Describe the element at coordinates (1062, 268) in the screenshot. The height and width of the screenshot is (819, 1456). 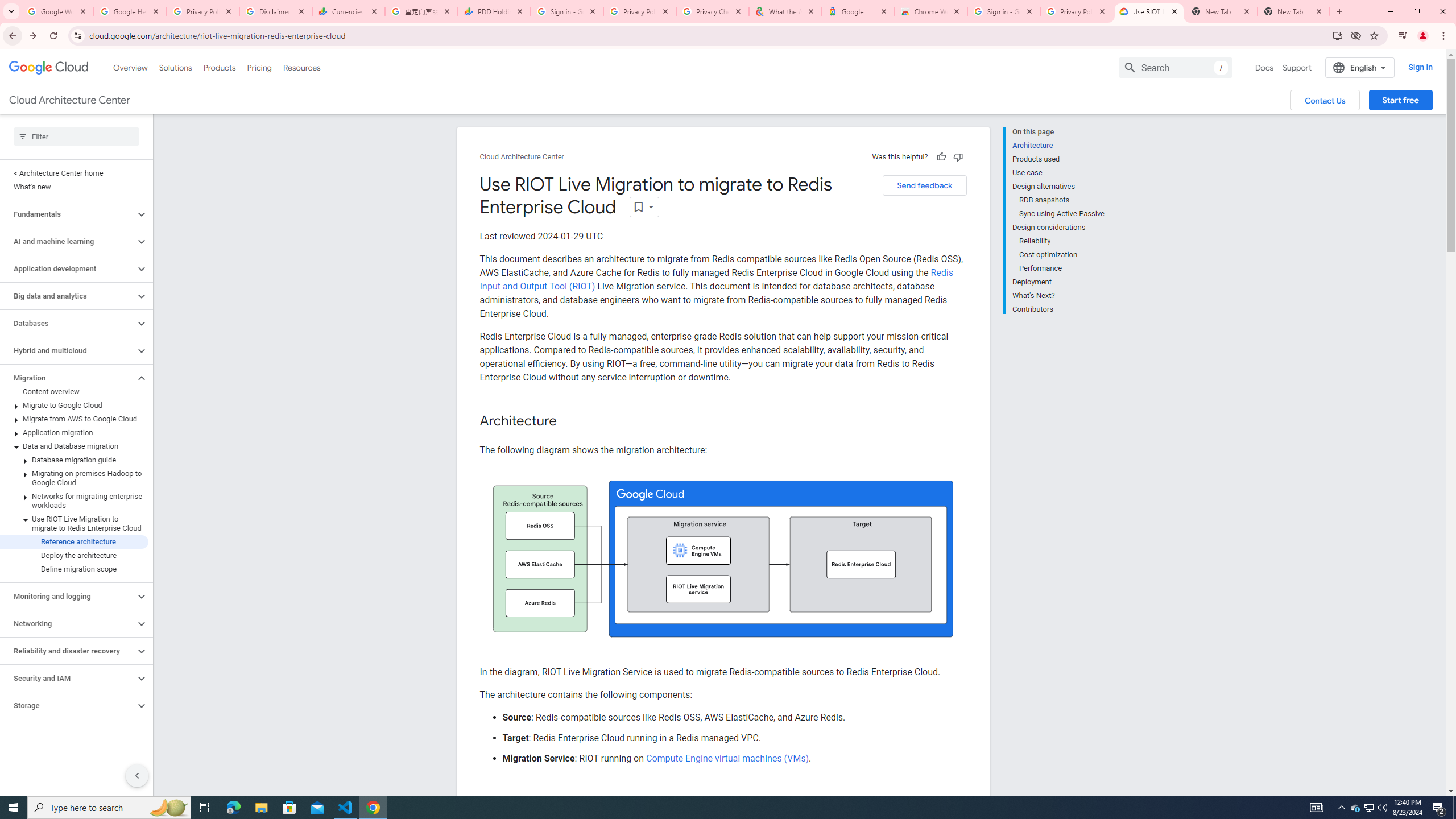
I see `'Performance'` at that location.